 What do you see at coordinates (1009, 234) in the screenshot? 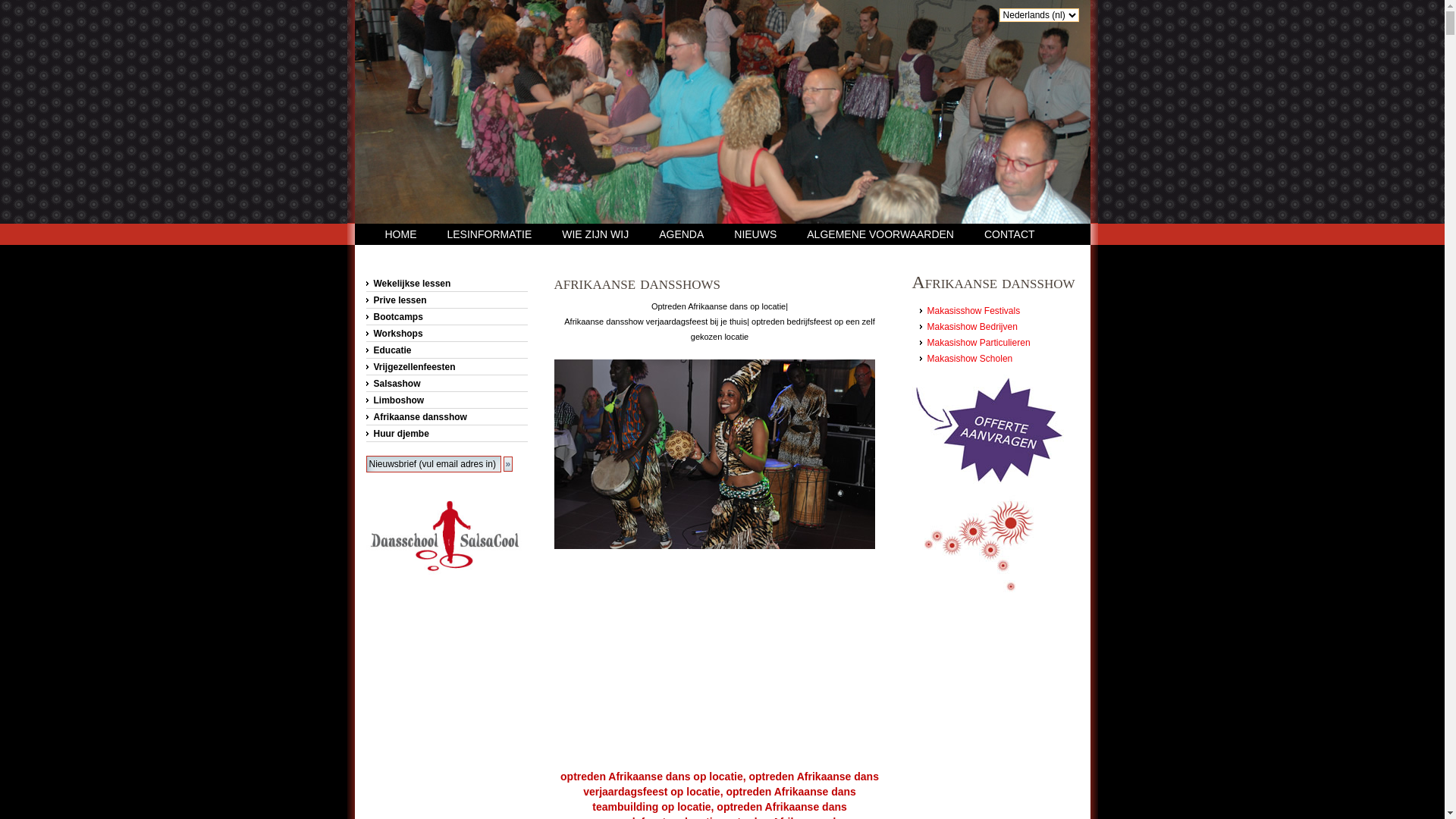
I see `'CONTACT'` at bounding box center [1009, 234].